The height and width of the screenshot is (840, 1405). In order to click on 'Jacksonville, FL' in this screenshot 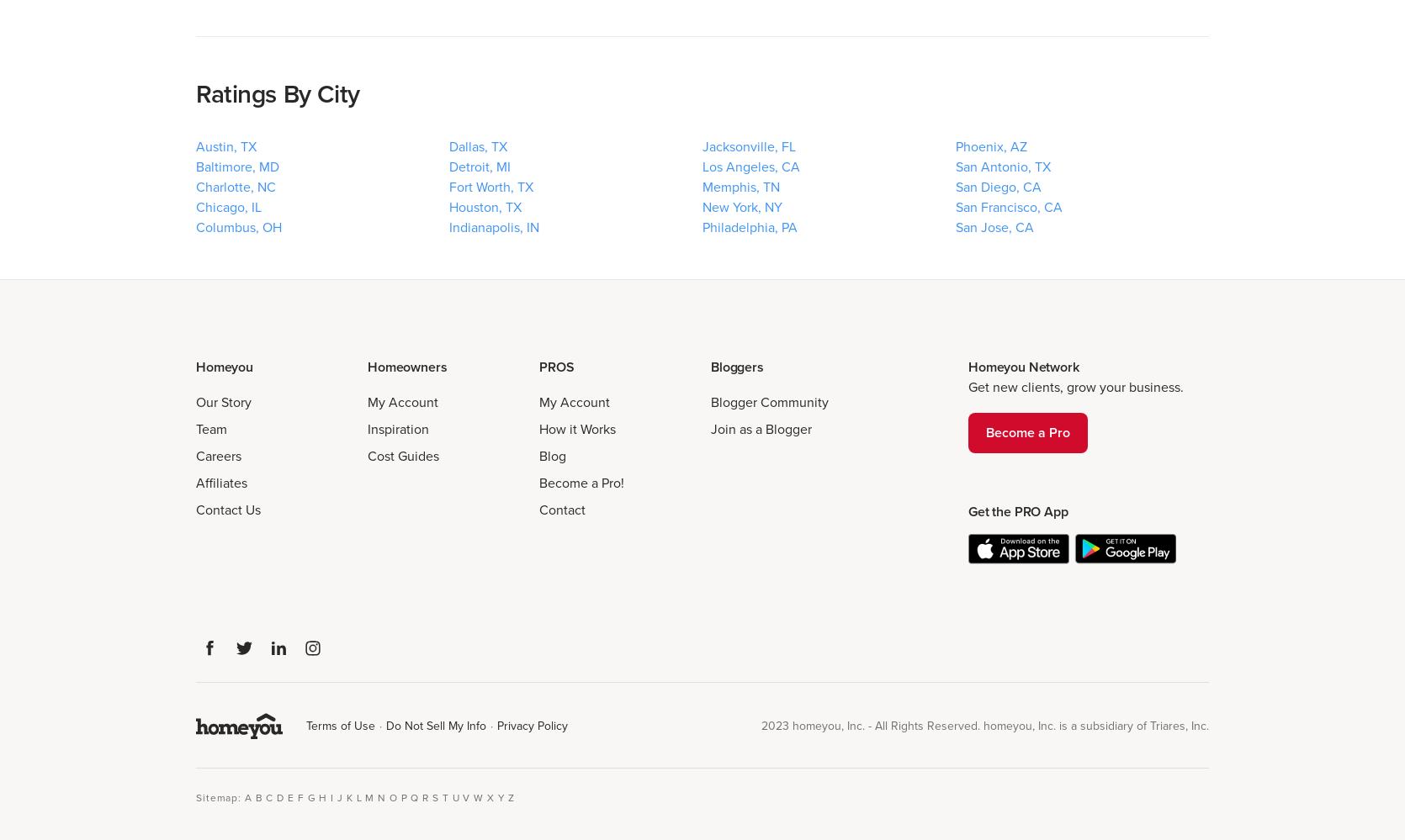, I will do `click(749, 145)`.